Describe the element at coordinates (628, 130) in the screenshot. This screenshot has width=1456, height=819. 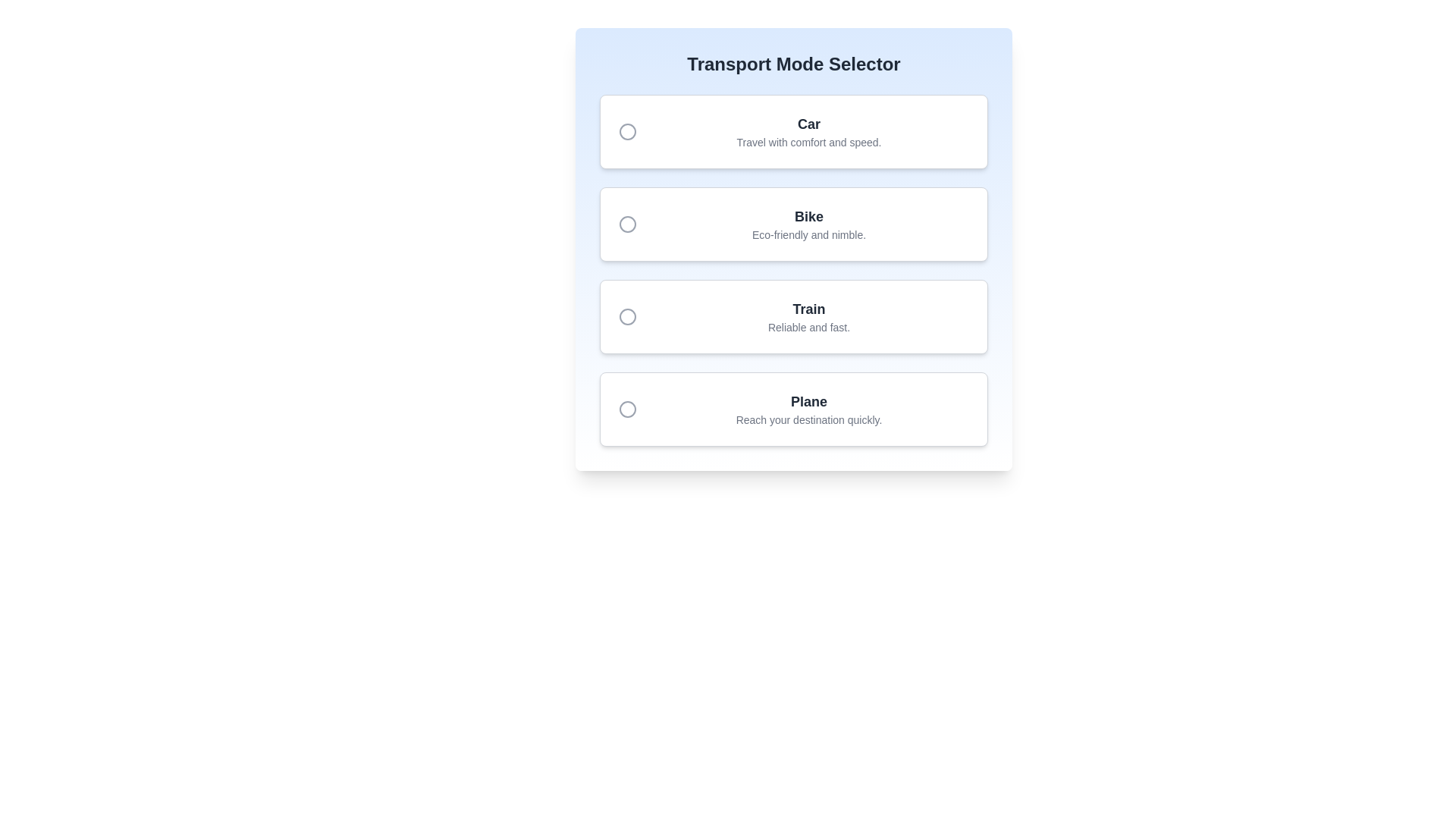
I see `the small circle of the unselected circular radio button icon for the 'Car' option in the 'Transport Mode Selector'` at that location.